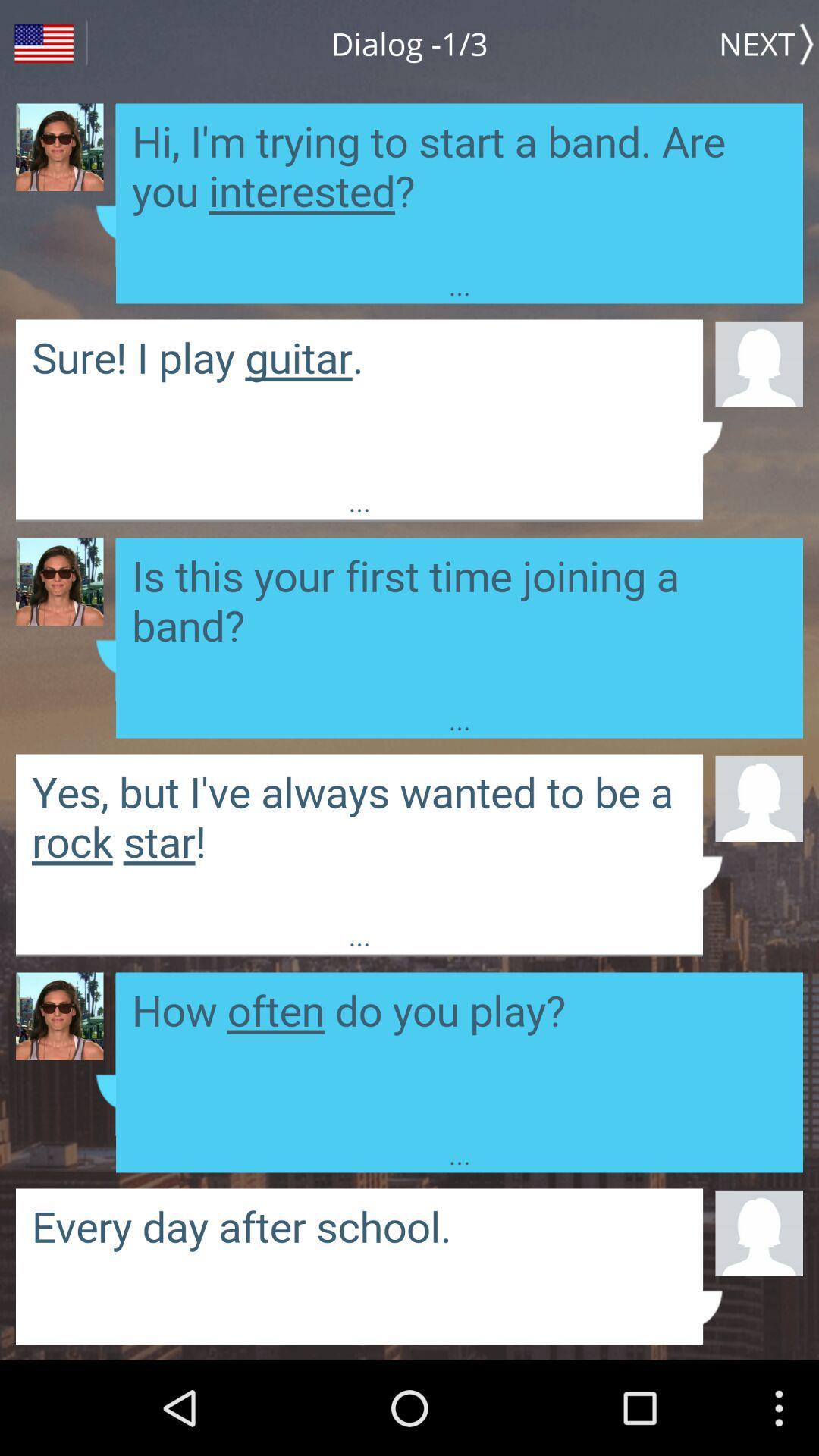  What do you see at coordinates (42, 43) in the screenshot?
I see `country` at bounding box center [42, 43].